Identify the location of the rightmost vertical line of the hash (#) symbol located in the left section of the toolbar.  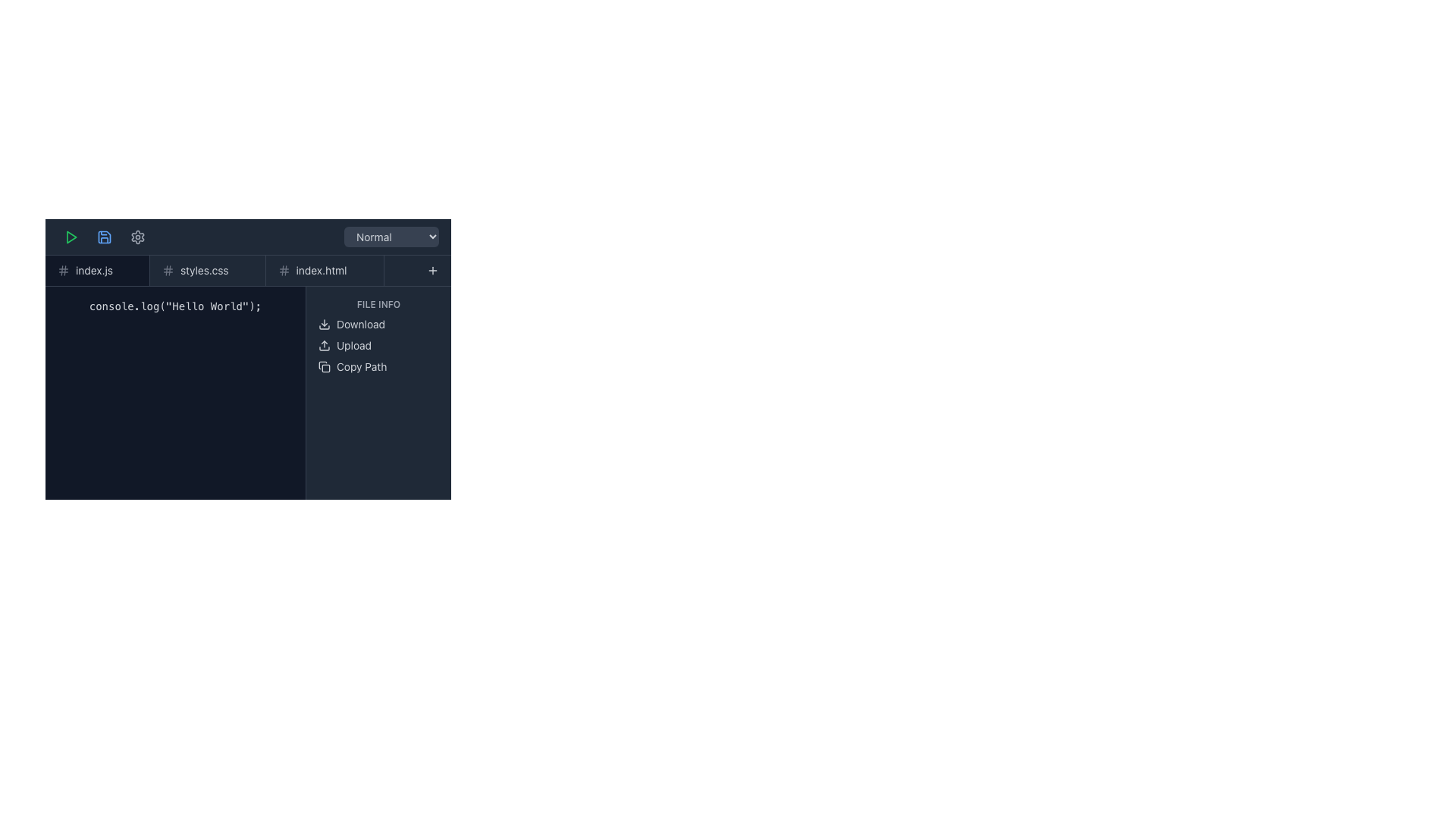
(64, 270).